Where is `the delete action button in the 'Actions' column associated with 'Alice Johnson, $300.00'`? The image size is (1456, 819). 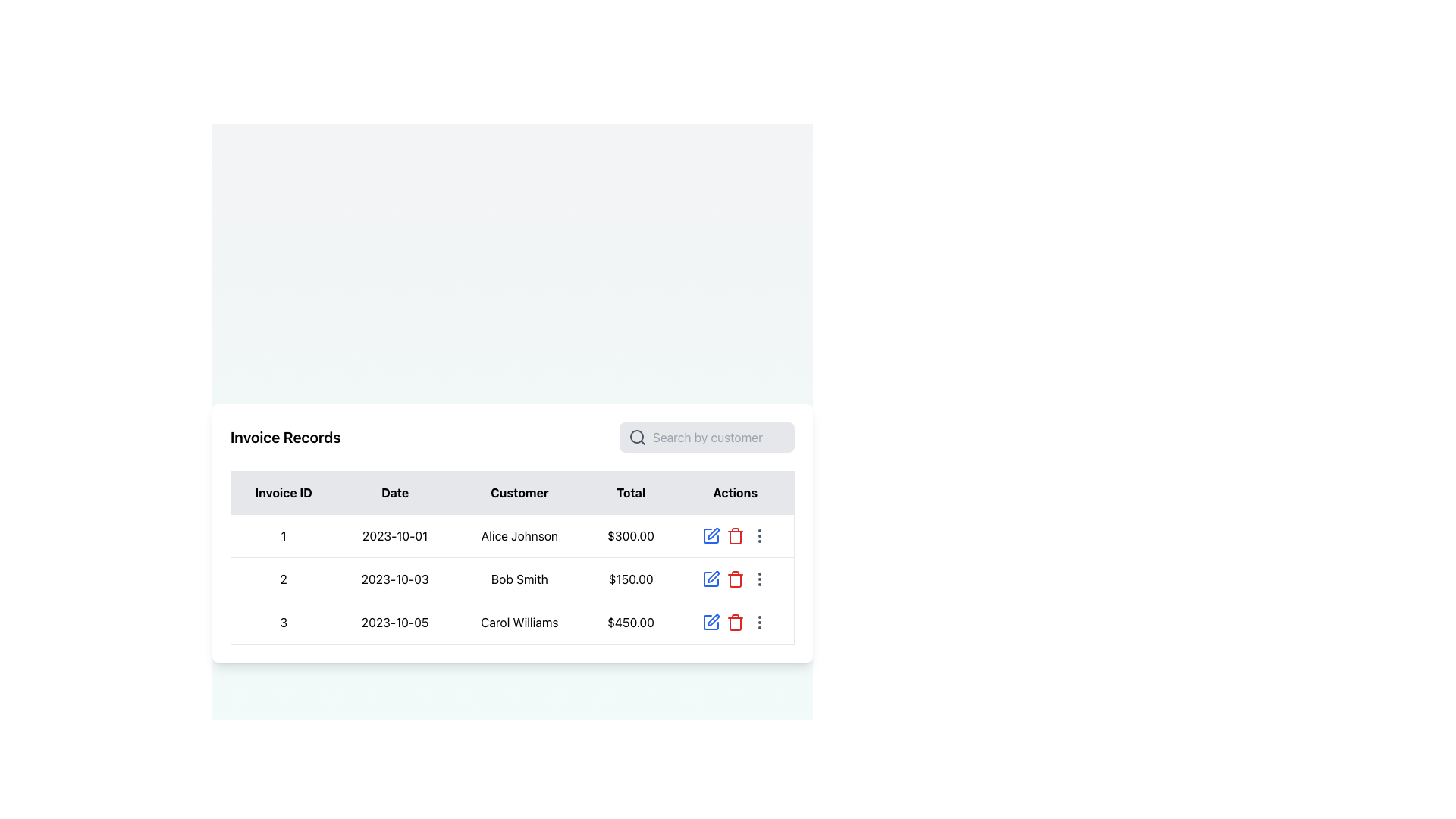
the delete action button in the 'Actions' column associated with 'Alice Johnson, $300.00' is located at coordinates (735, 535).